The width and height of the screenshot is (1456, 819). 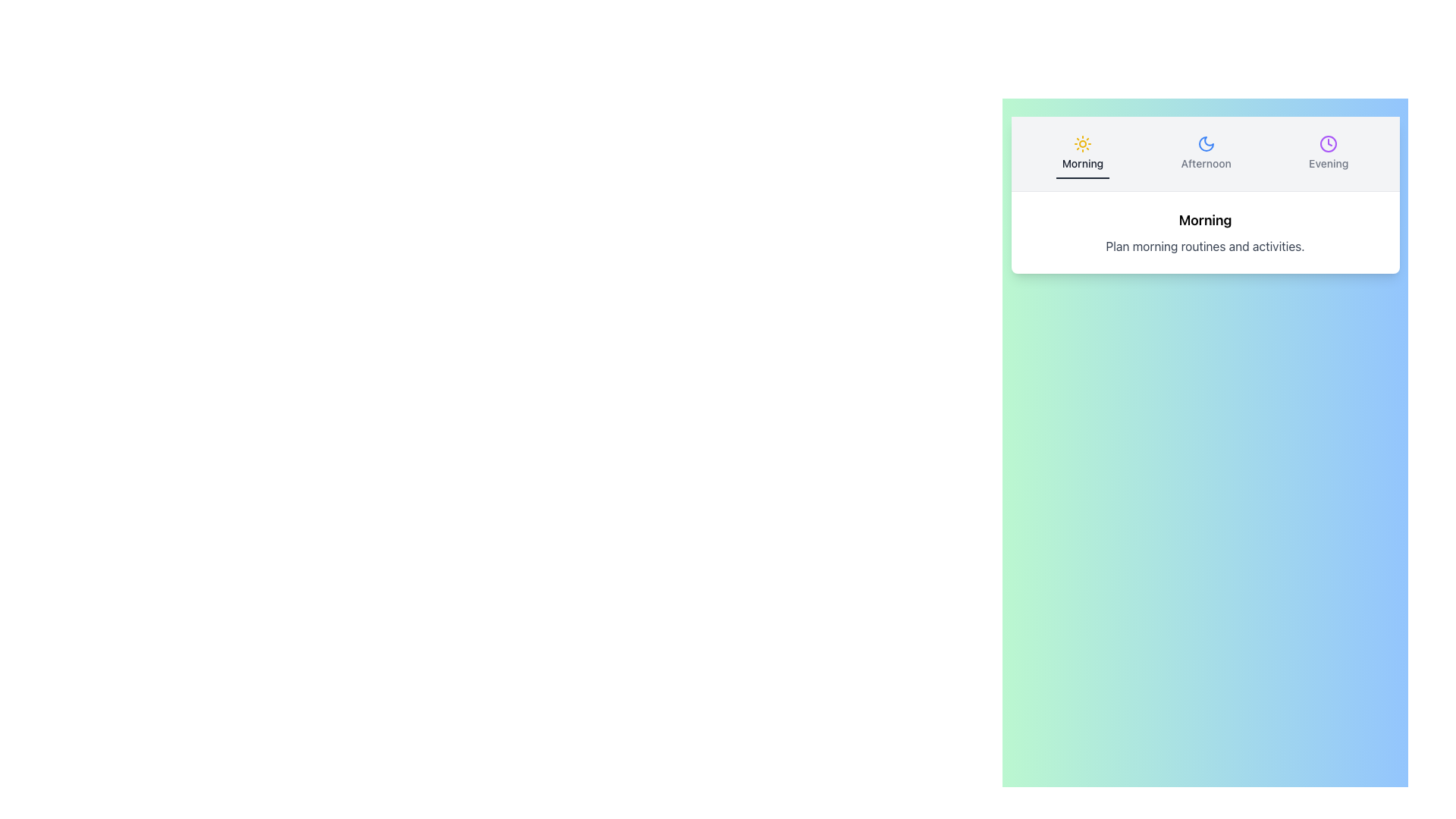 What do you see at coordinates (1205, 164) in the screenshot?
I see `the 'Afternoon' text label` at bounding box center [1205, 164].